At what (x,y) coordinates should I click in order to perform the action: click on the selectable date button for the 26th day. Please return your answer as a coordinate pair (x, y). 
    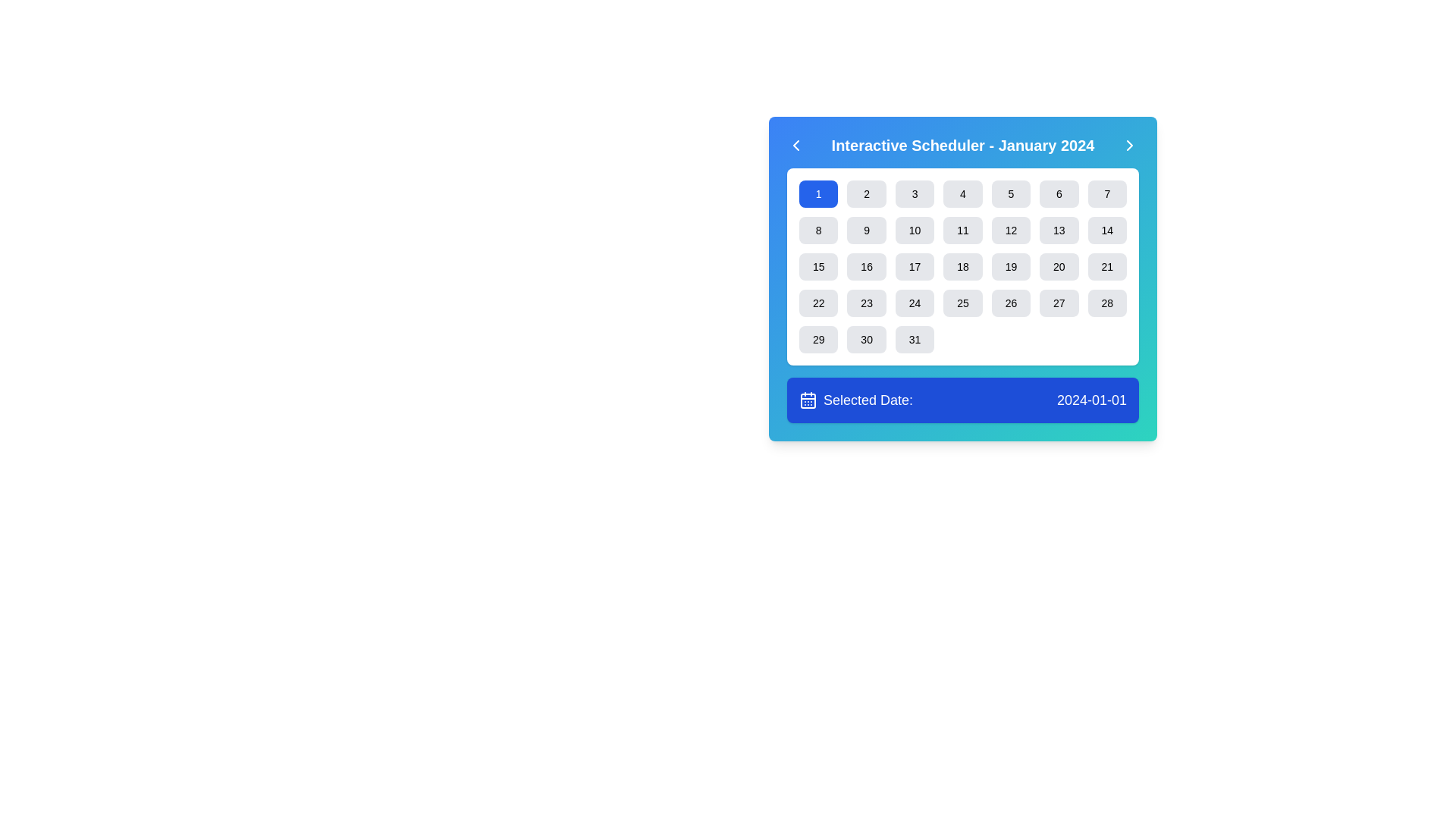
    Looking at the image, I should click on (1011, 303).